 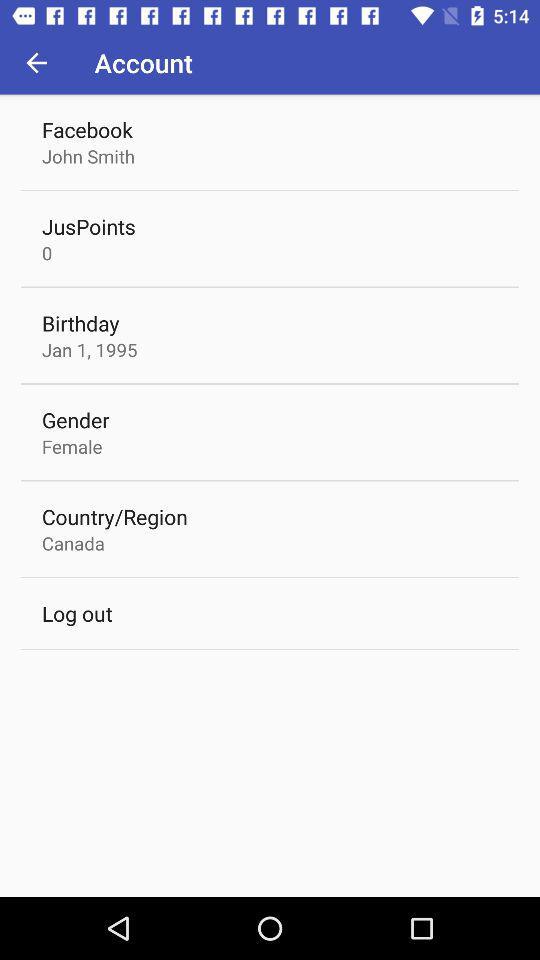 I want to click on icon above facebook icon, so click(x=36, y=62).